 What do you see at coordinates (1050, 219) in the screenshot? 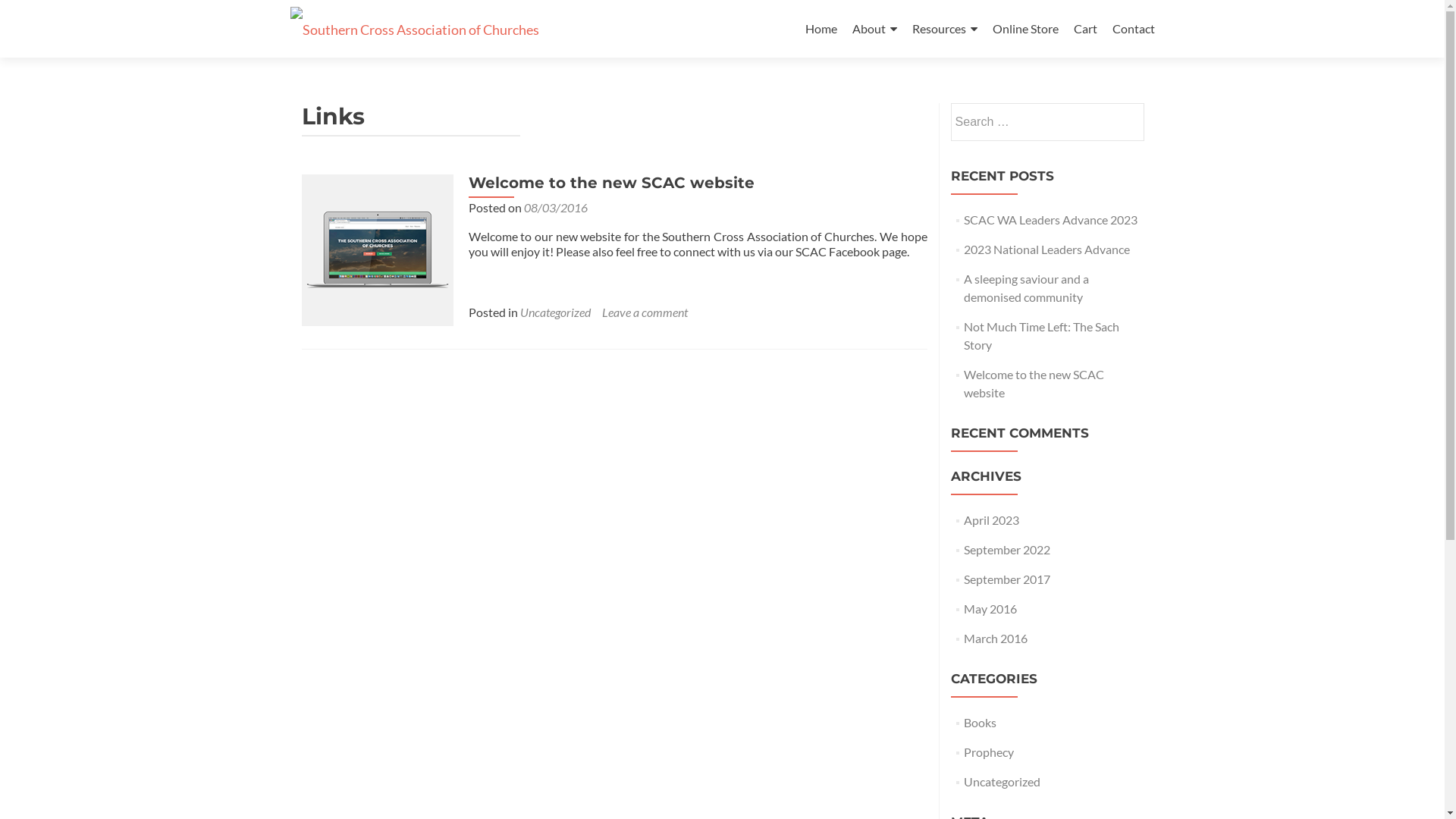
I see `'SCAC WA Leaders Advance 2023'` at bounding box center [1050, 219].